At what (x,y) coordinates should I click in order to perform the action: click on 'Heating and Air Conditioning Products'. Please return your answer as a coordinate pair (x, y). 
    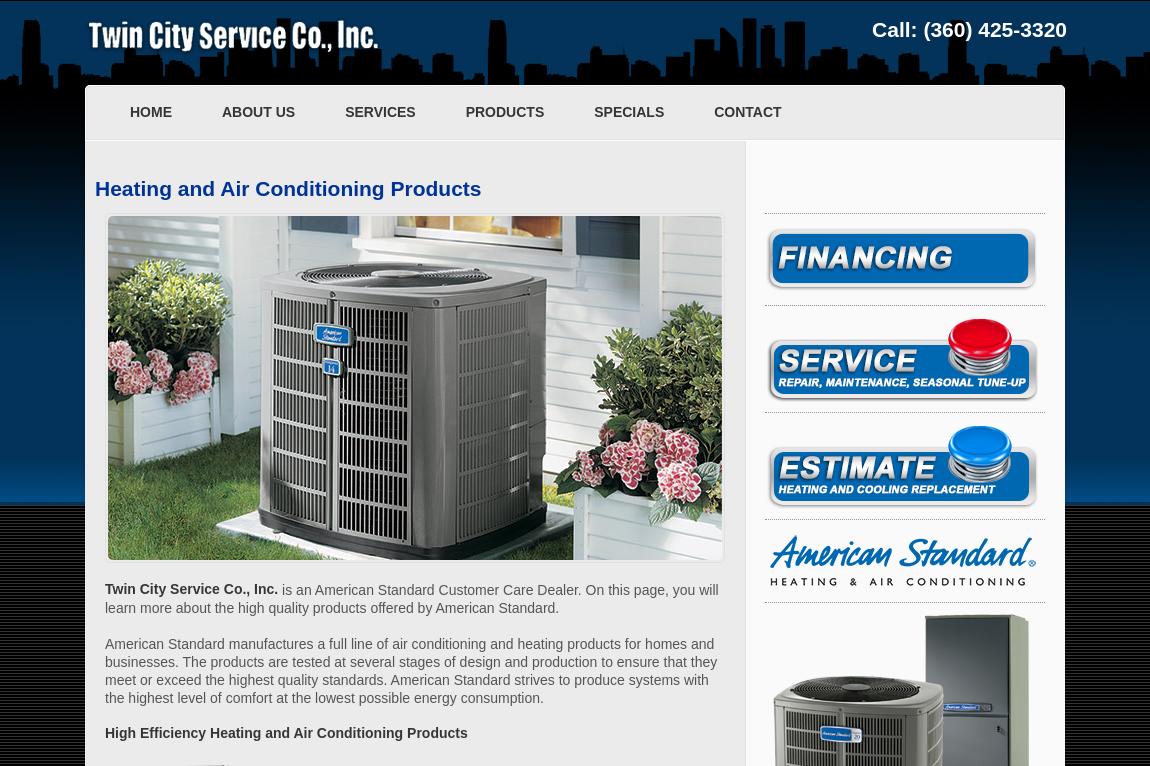
    Looking at the image, I should click on (286, 187).